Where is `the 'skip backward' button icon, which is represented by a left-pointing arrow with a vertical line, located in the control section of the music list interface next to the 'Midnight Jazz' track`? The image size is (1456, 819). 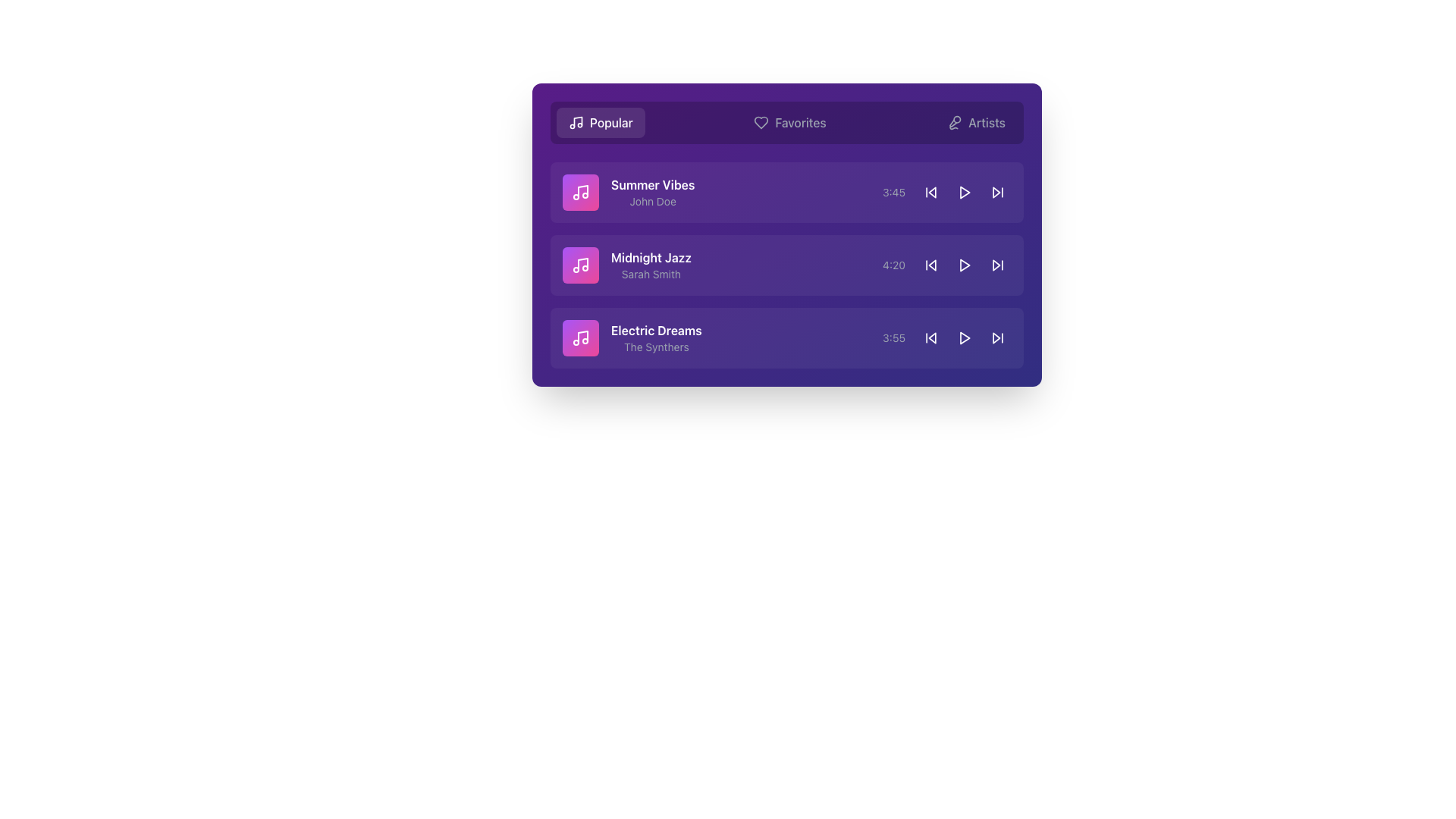 the 'skip backward' button icon, which is represented by a left-pointing arrow with a vertical line, located in the control section of the music list interface next to the 'Midnight Jazz' track is located at coordinates (930, 265).